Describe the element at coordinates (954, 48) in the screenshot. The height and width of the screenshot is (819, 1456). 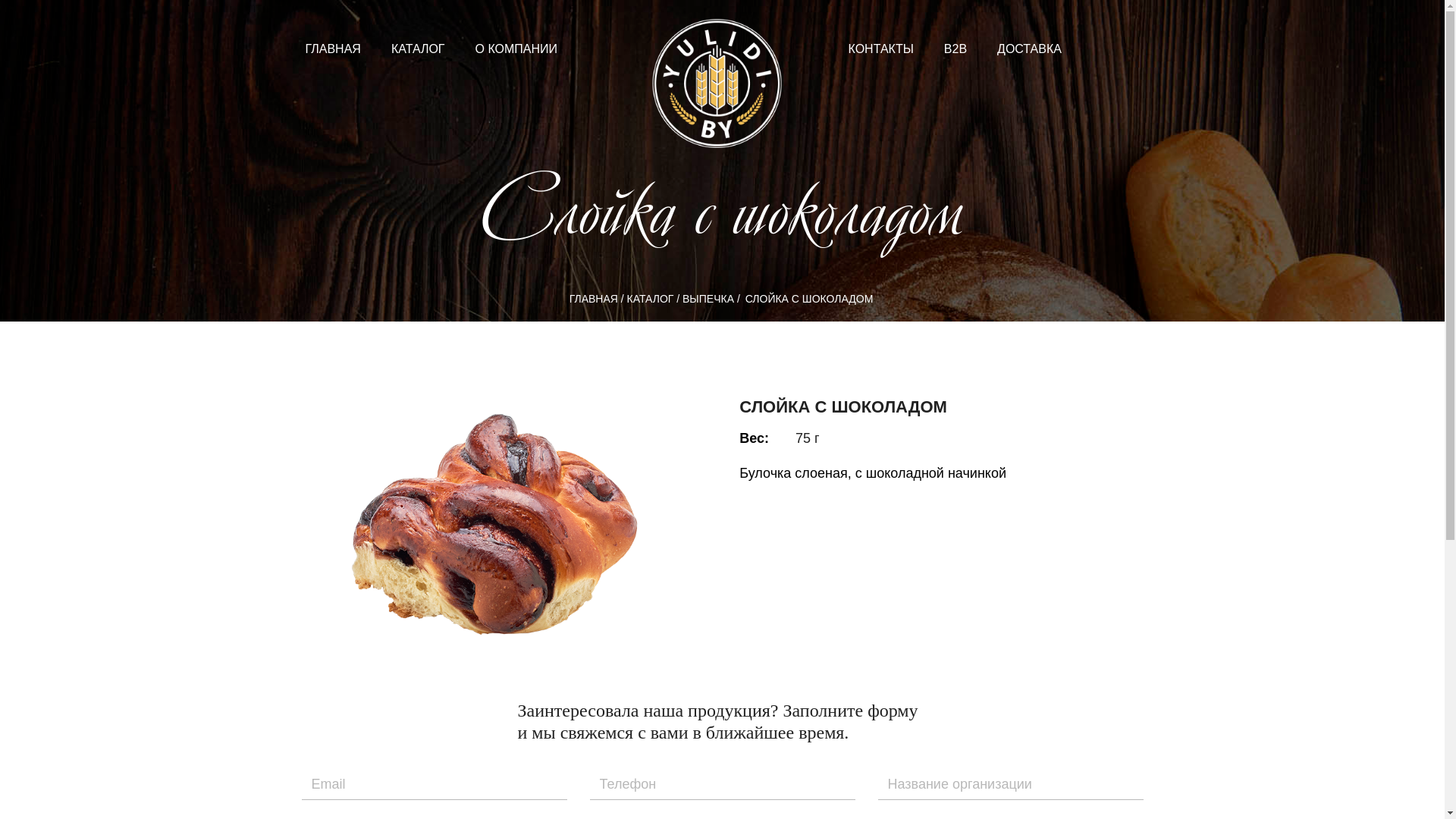
I see `'B2B'` at that location.